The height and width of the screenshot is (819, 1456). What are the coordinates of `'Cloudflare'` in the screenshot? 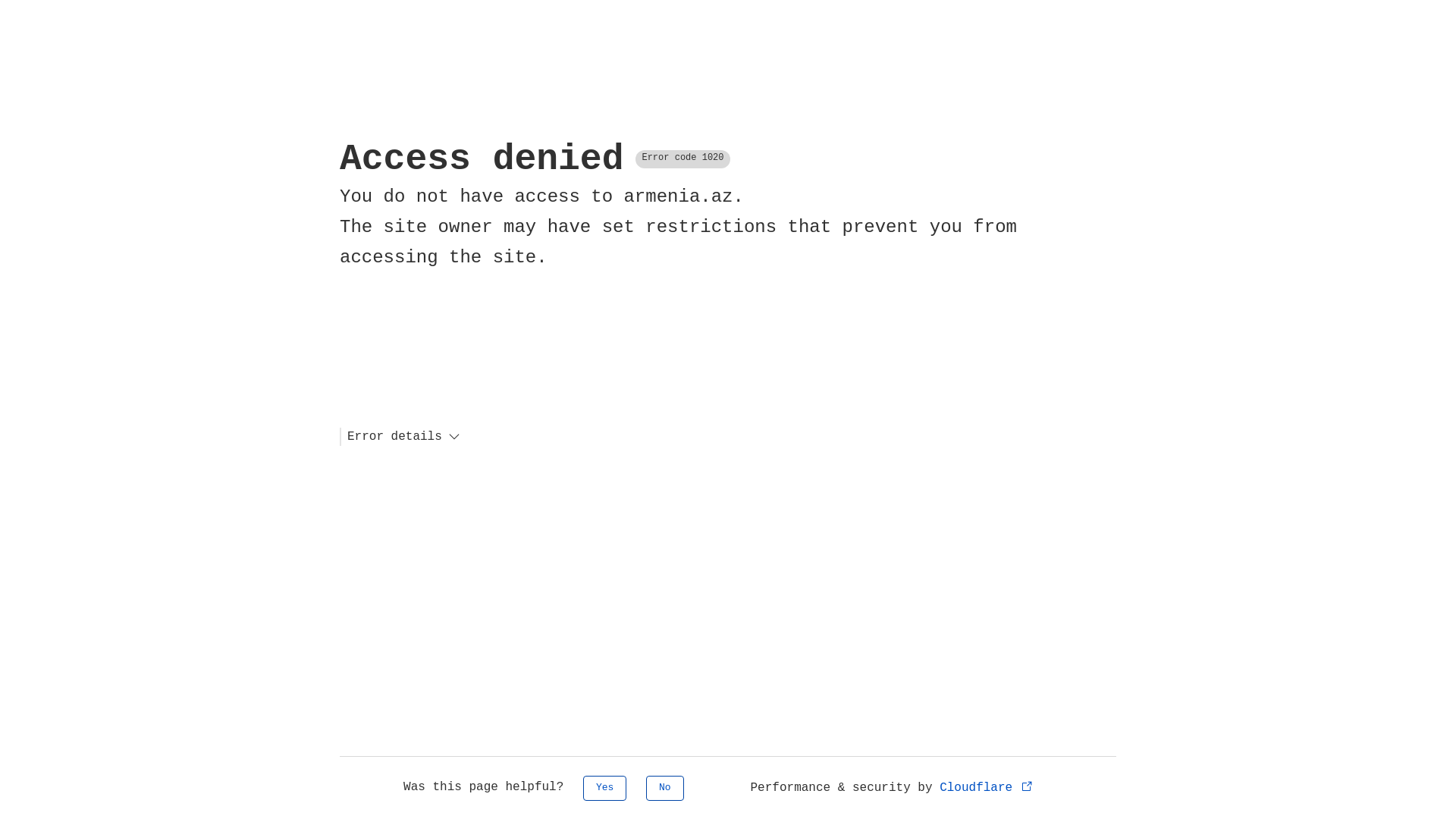 It's located at (987, 786).